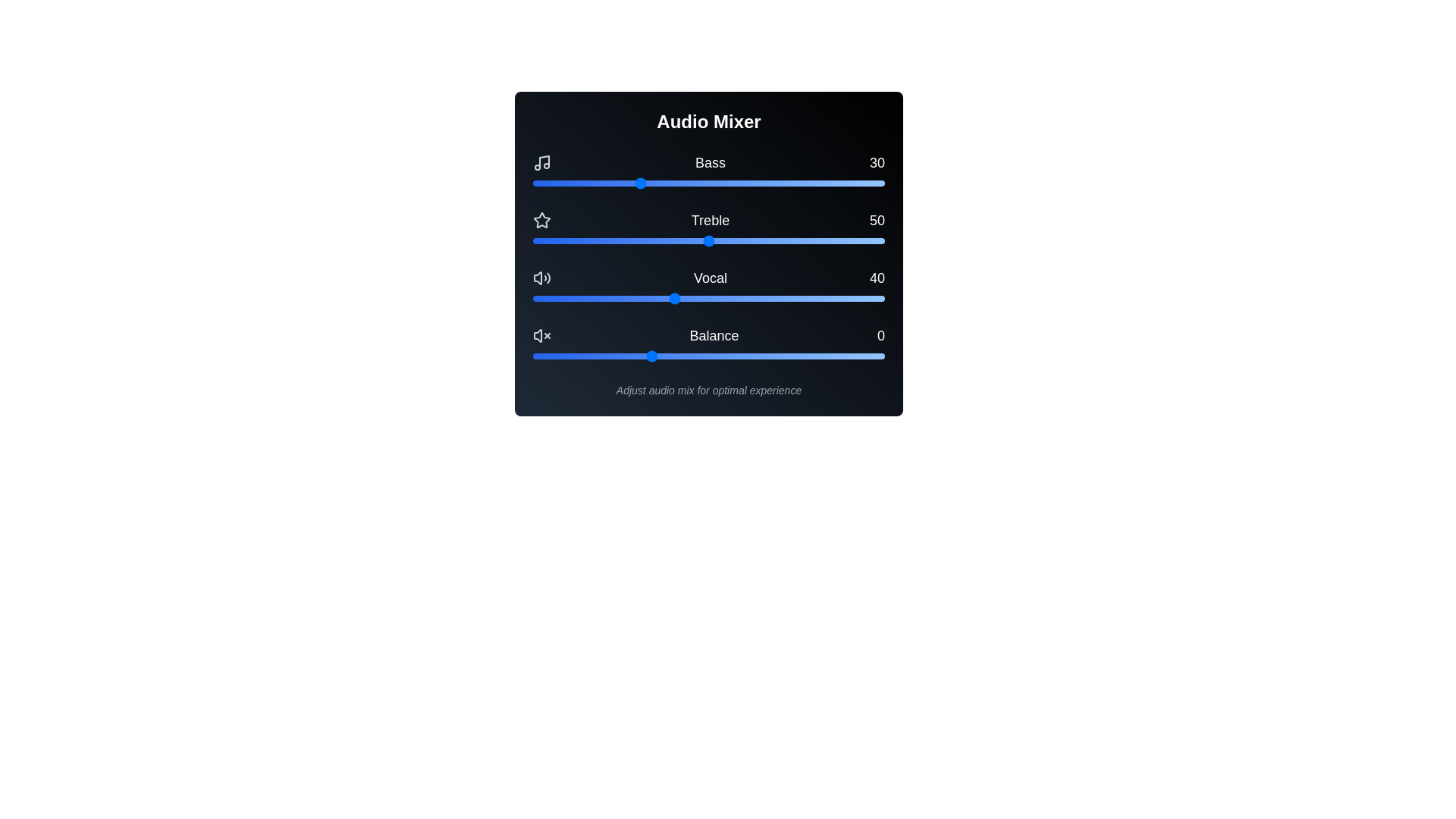 This screenshot has width=1456, height=819. What do you see at coordinates (818, 356) in the screenshot?
I see `the balance slider to 72 within its range of -50 to 100` at bounding box center [818, 356].